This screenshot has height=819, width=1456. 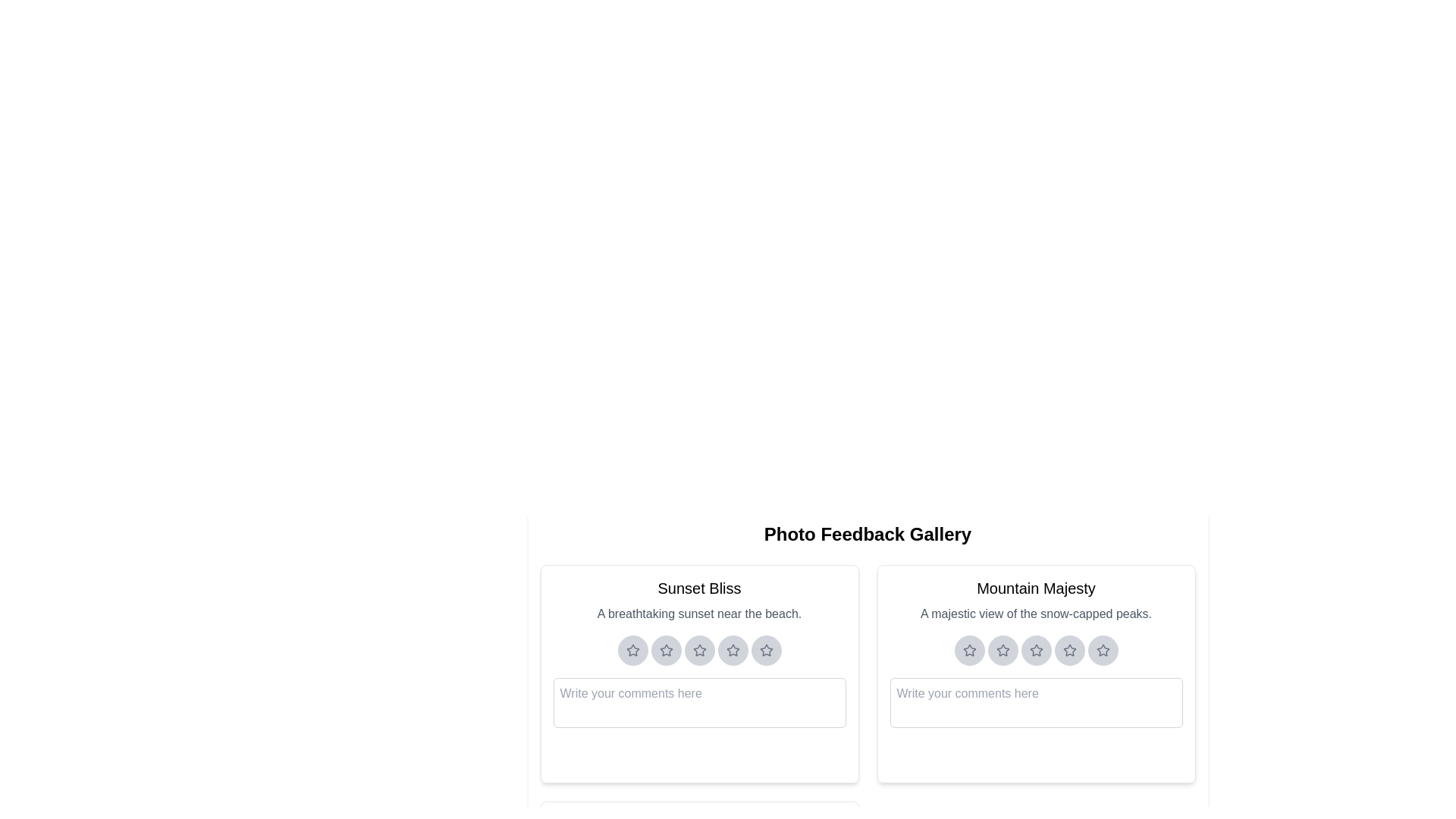 I want to click on the first star icon in the horizontal group of rating icons under the 'Sunset Bliss' photo description, so click(x=632, y=649).